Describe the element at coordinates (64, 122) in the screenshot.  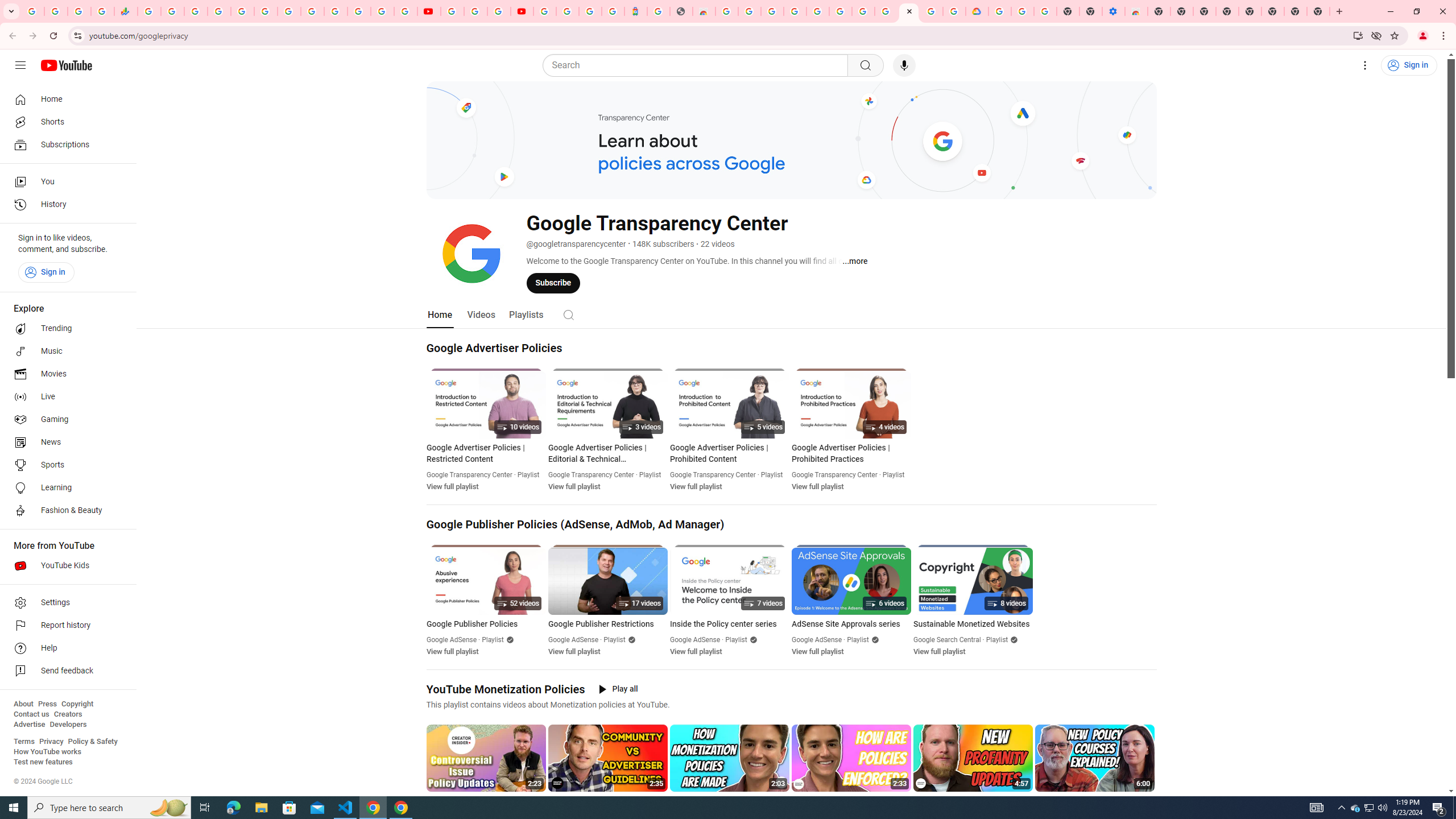
I see `'Shorts'` at that location.